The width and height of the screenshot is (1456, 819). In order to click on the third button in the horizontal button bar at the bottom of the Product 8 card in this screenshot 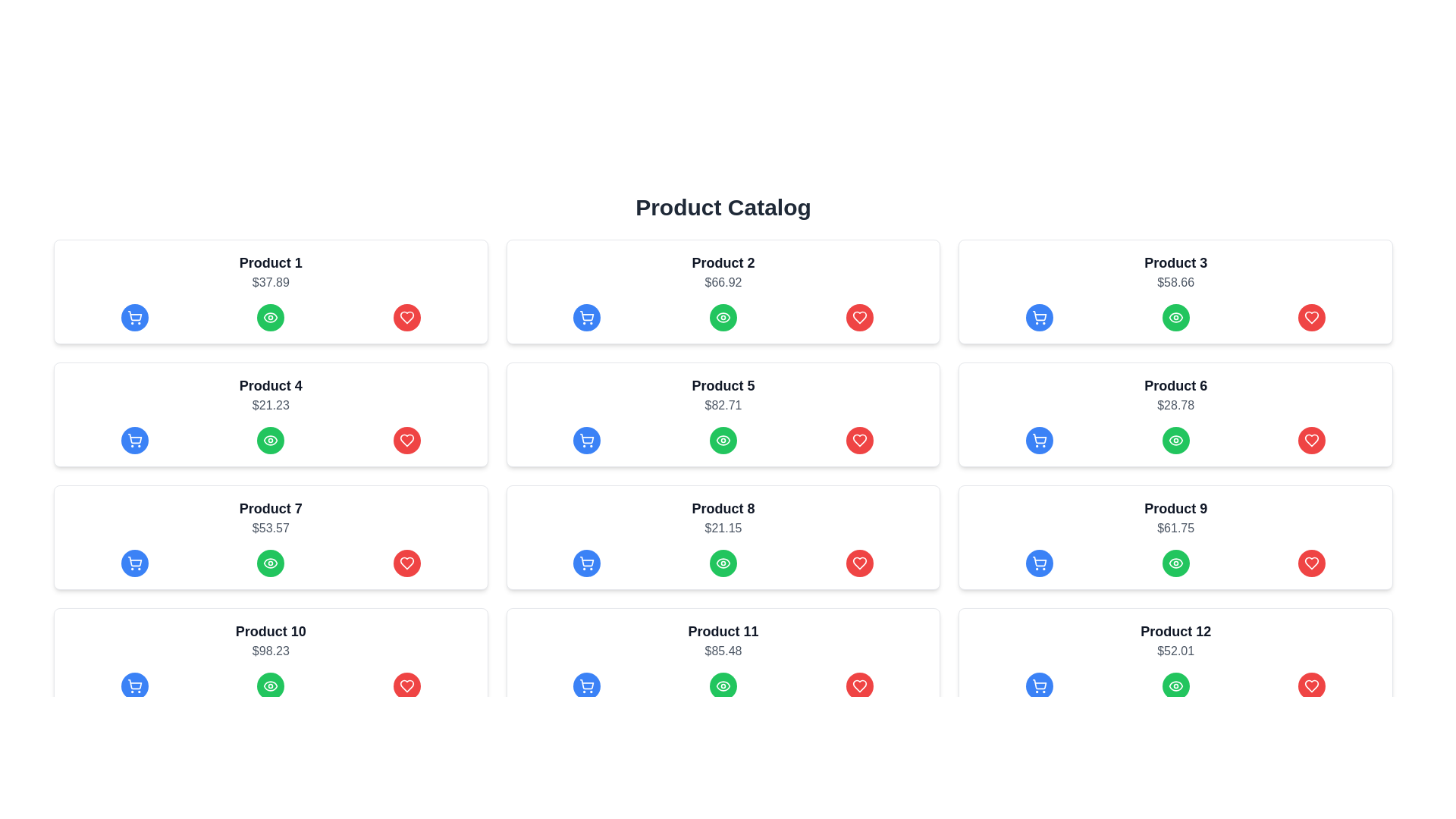, I will do `click(723, 563)`.